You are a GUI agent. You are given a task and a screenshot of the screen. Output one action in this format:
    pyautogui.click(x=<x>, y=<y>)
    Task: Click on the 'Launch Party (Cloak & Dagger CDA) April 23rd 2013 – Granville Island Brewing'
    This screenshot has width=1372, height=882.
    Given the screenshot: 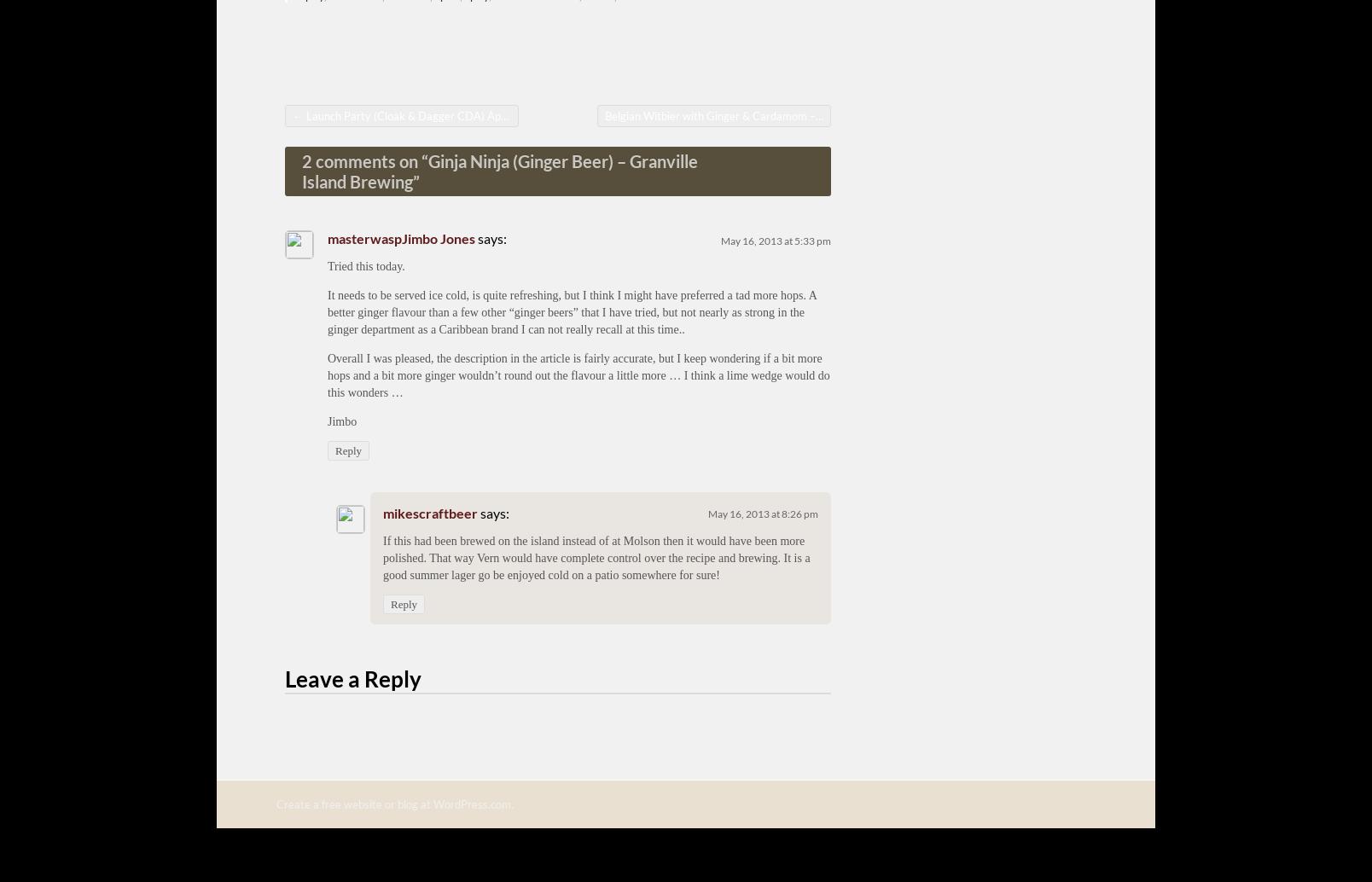 What is the action you would take?
    pyautogui.click(x=498, y=115)
    